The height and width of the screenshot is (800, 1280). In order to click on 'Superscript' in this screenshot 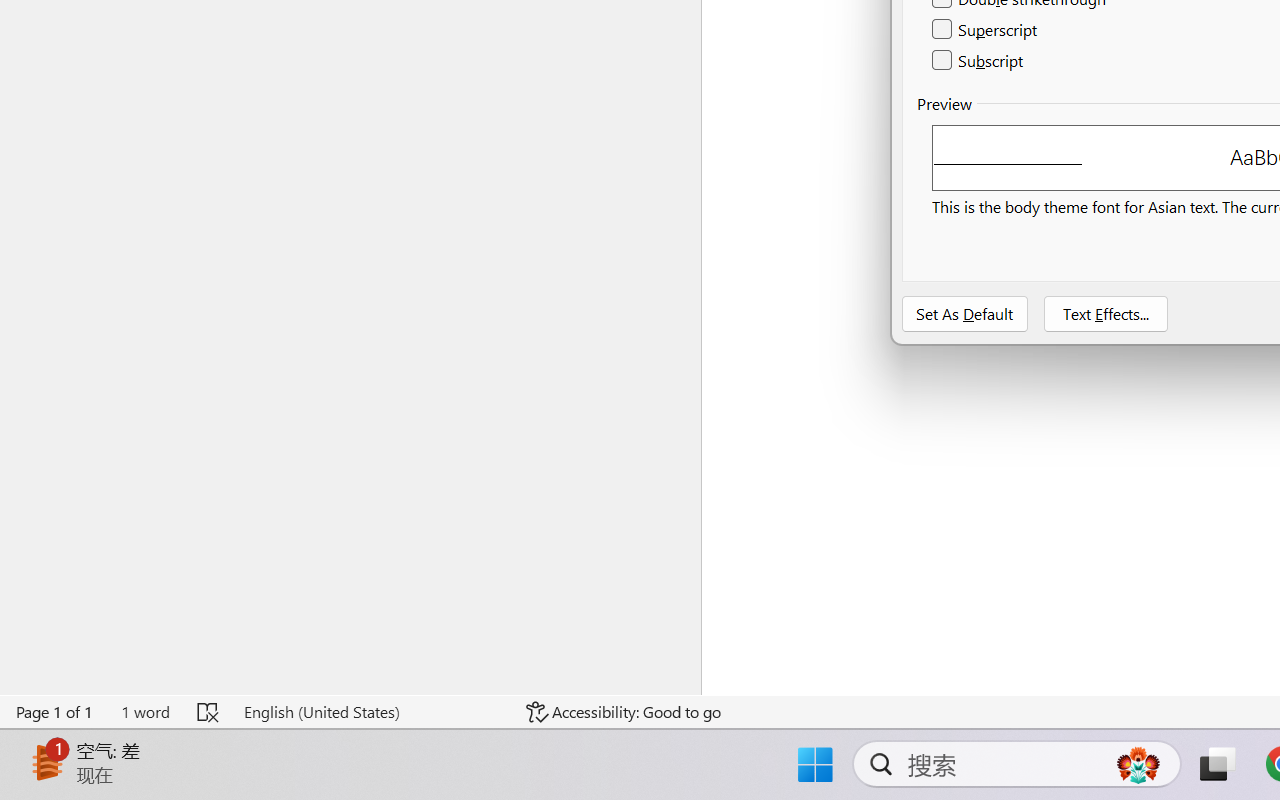, I will do `click(986, 30)`.